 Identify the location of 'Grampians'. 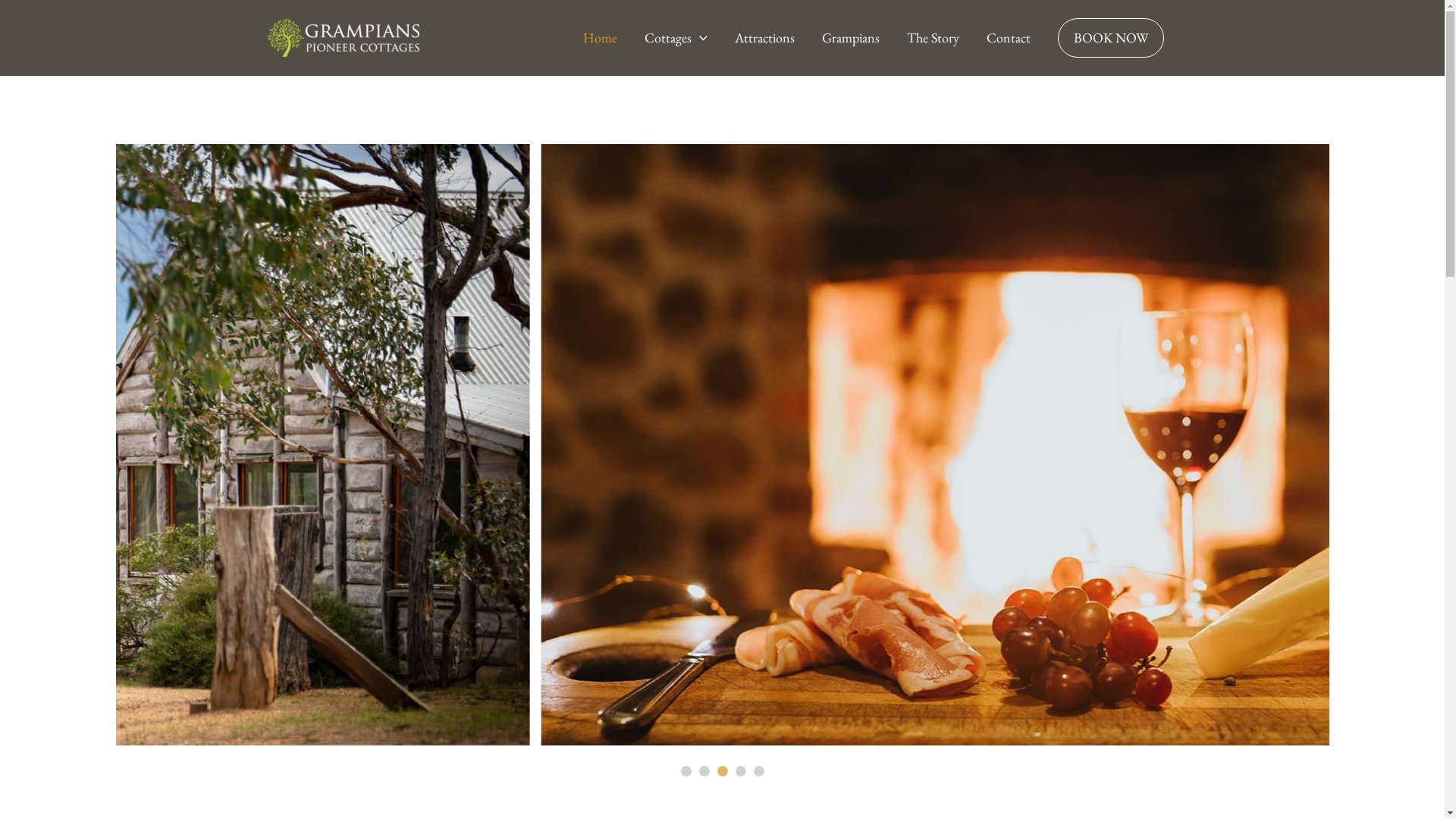
(851, 37).